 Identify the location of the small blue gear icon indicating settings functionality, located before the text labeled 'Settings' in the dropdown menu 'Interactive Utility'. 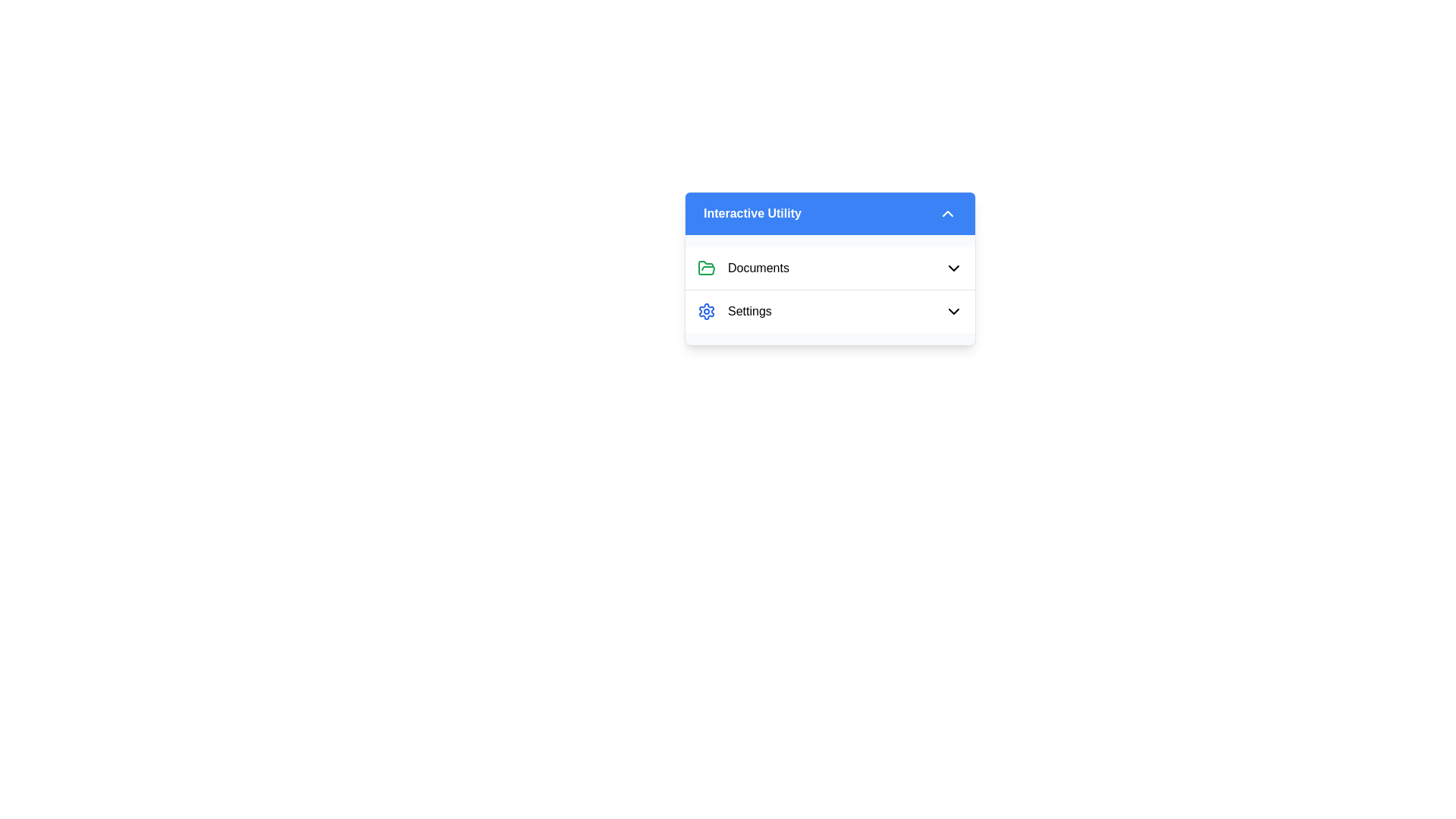
(705, 311).